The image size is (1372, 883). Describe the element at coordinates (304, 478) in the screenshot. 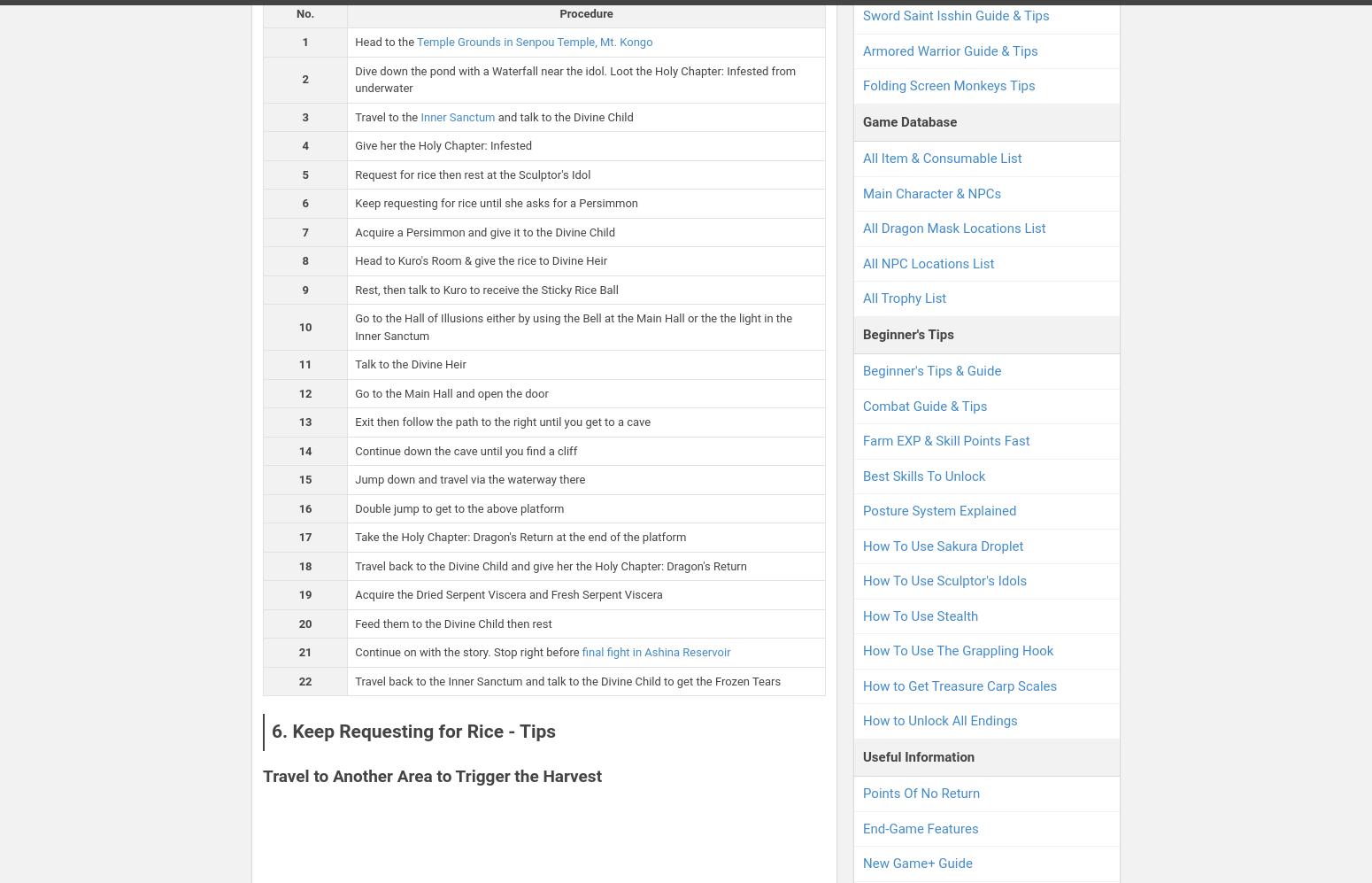

I see `'15'` at that location.